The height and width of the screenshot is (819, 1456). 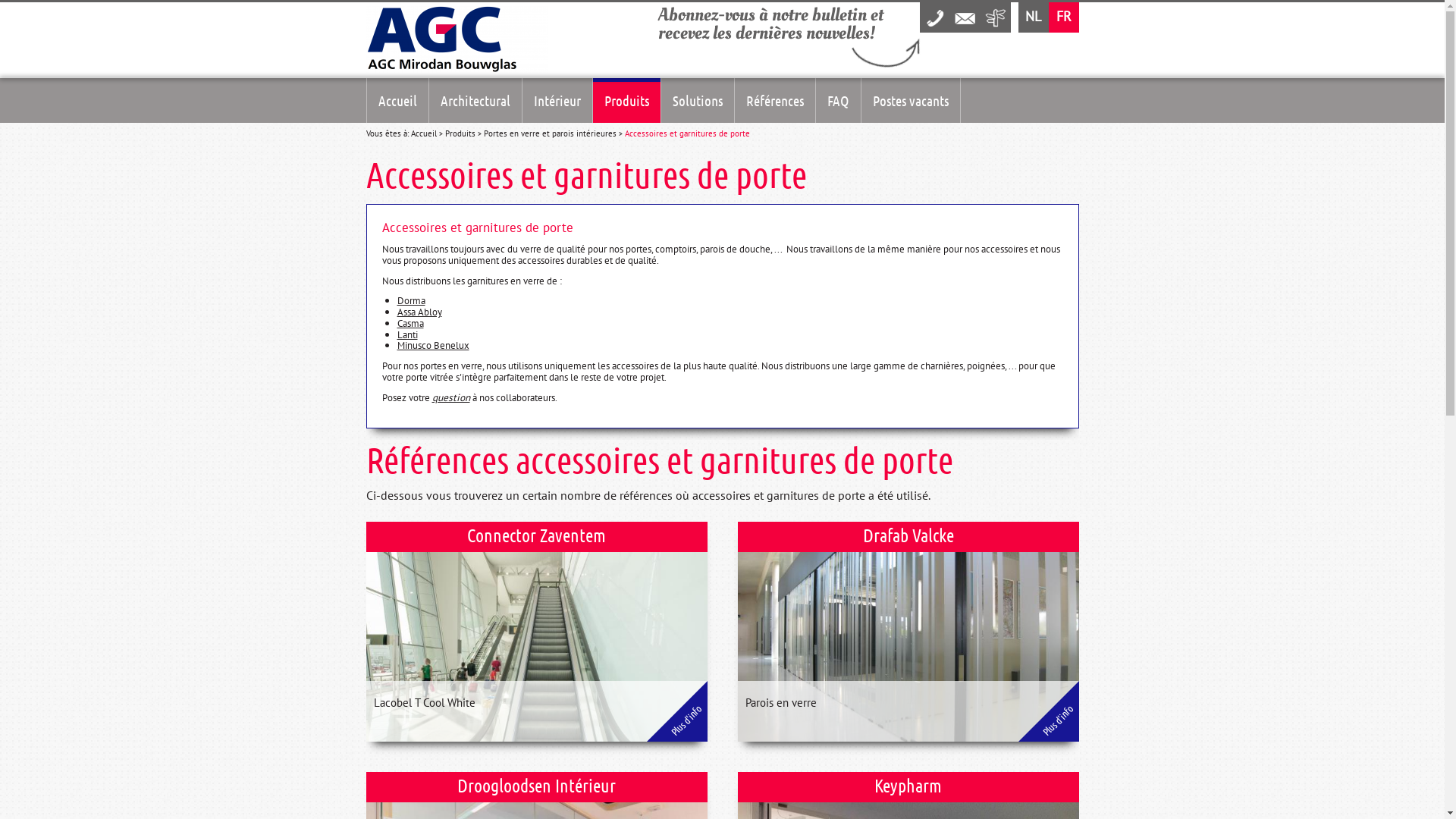 I want to click on 'Drafab Valcke, so click(x=907, y=632).